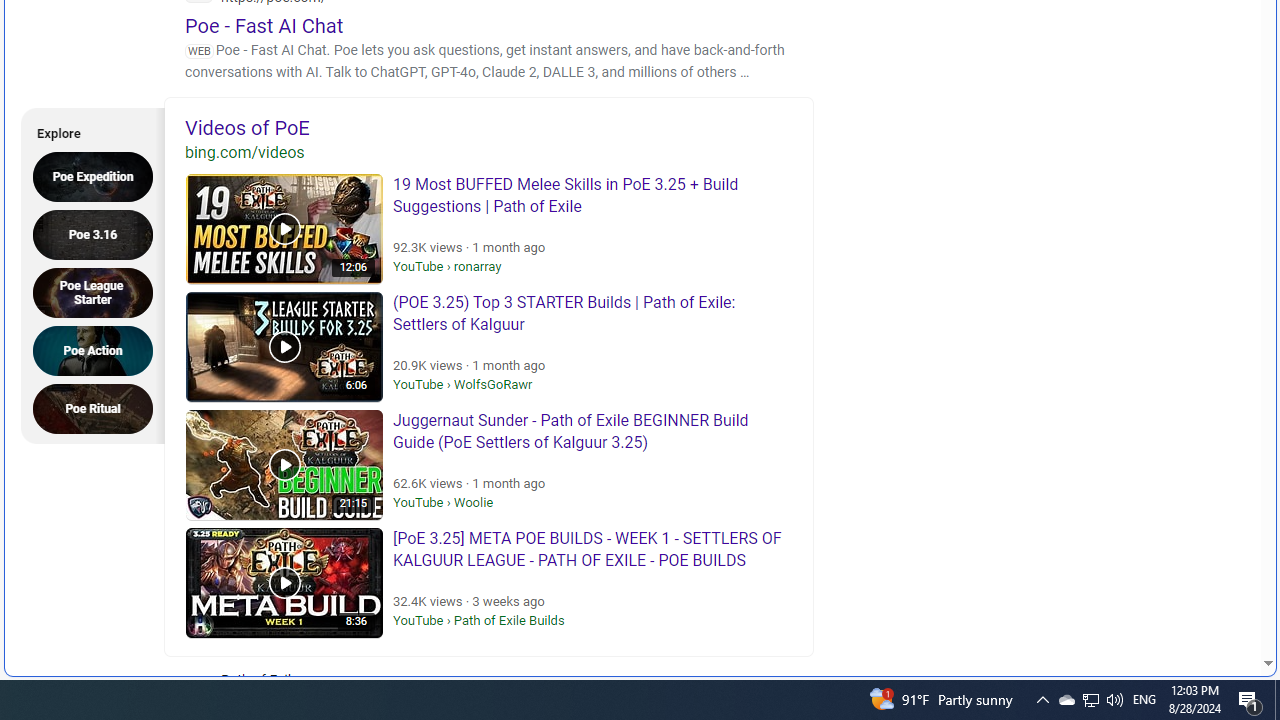  I want to click on 'AutomationID: mfa_root', so click(1192, 602).